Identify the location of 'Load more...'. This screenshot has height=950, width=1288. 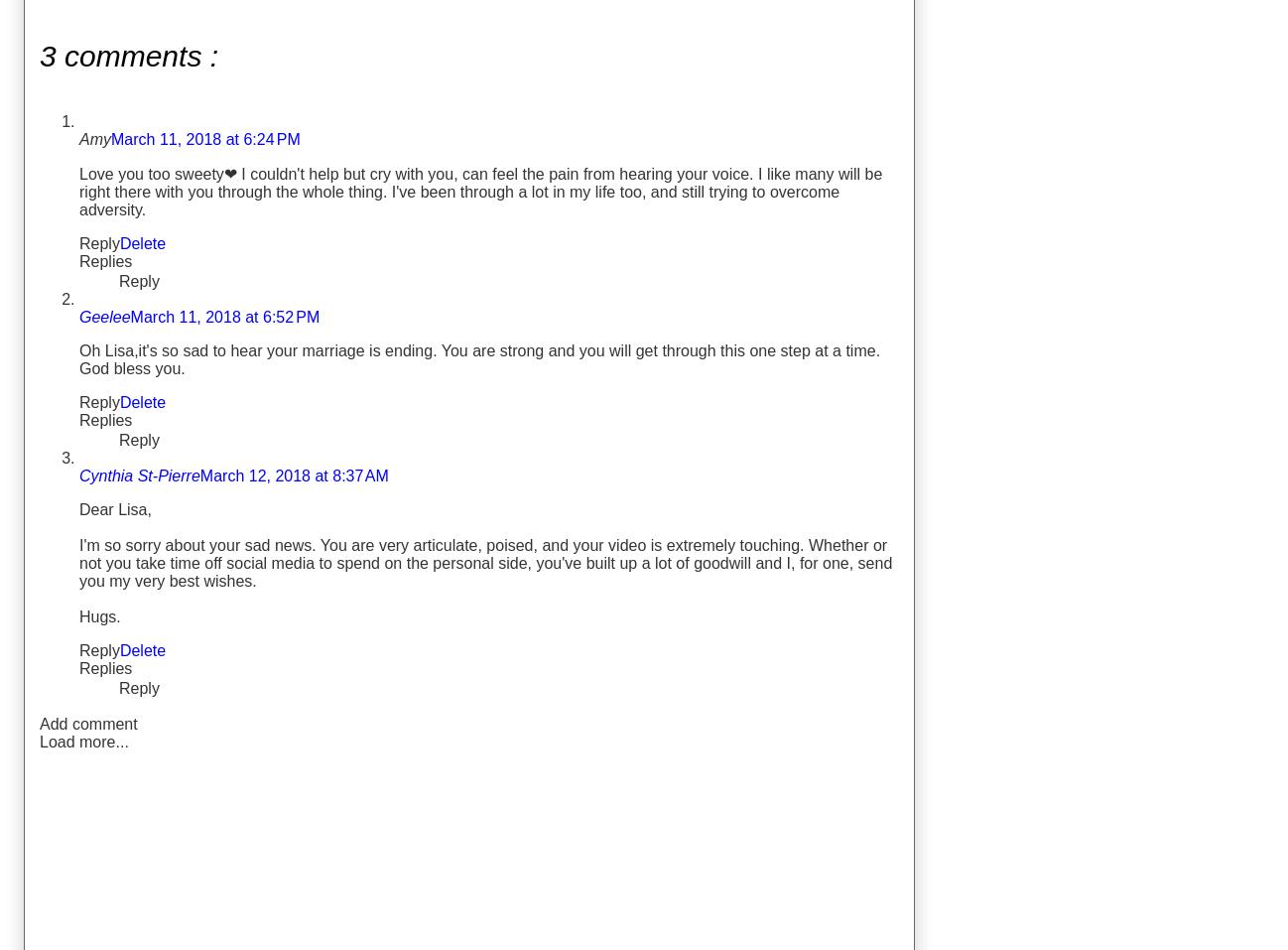
(83, 741).